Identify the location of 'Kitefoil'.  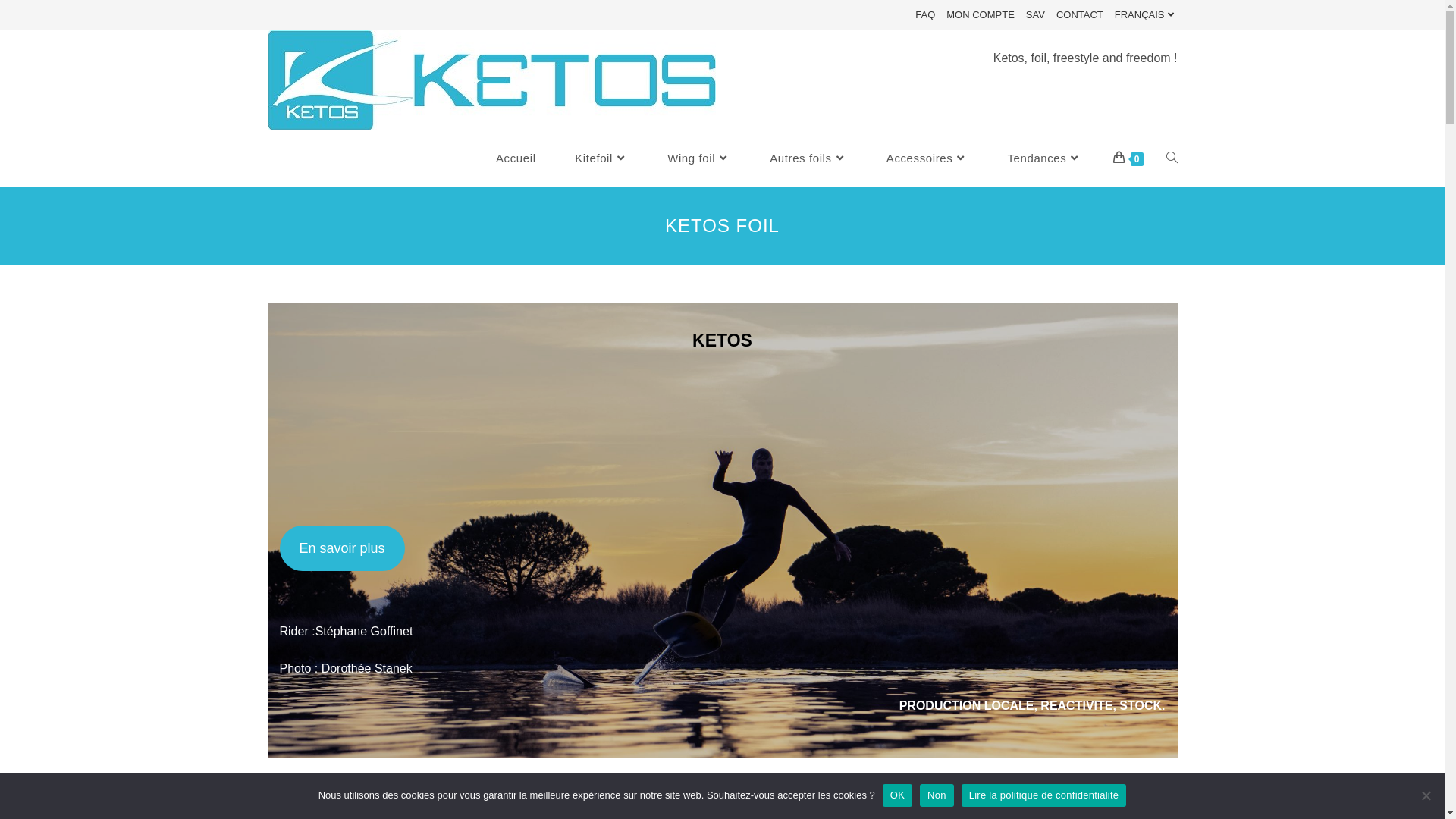
(600, 158).